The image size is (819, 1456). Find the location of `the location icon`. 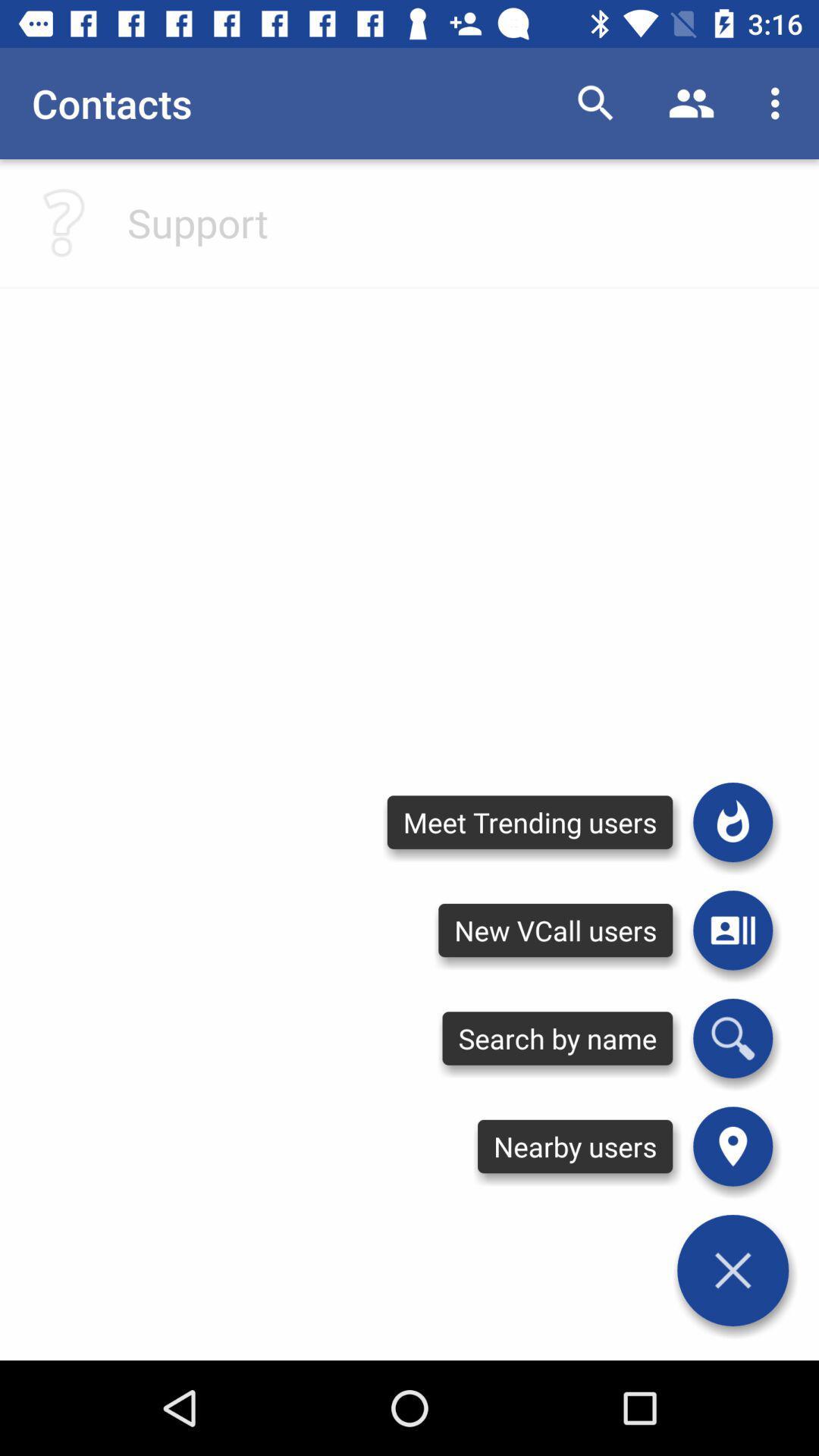

the location icon is located at coordinates (732, 1147).